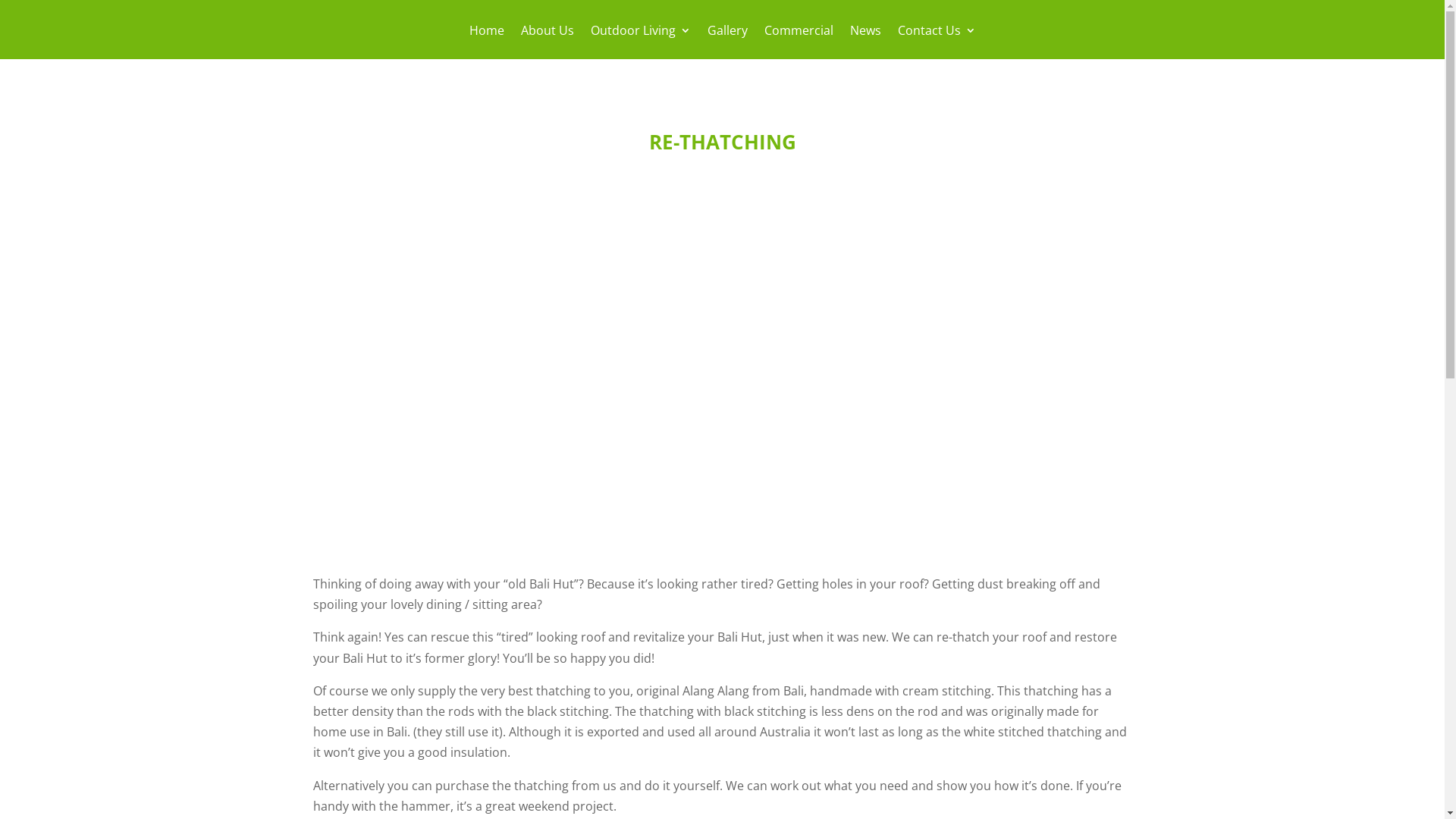 The image size is (1456, 819). Describe the element at coordinates (936, 40) in the screenshot. I see `'Contact Us'` at that location.